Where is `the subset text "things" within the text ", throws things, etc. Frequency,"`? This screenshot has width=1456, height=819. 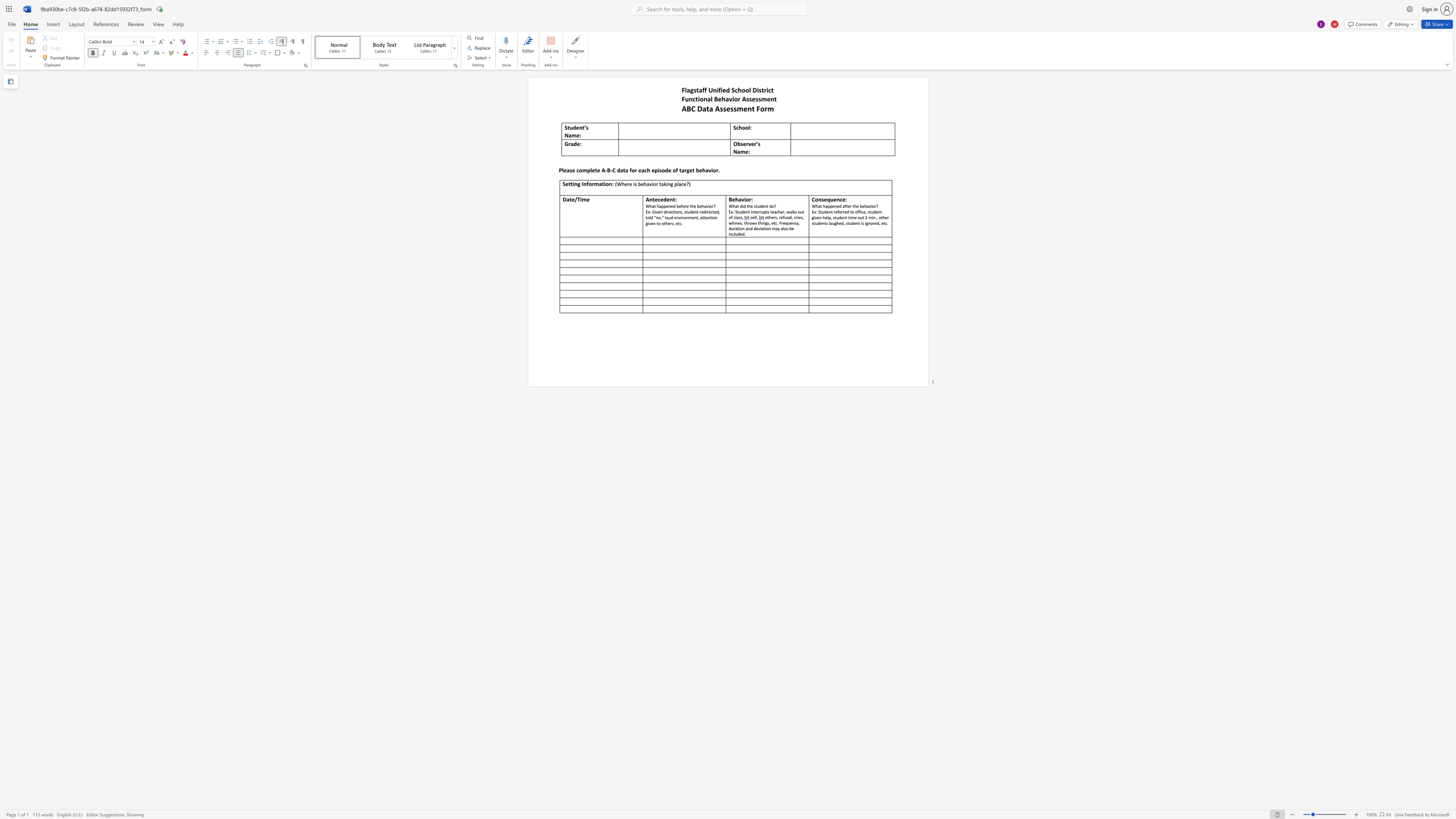
the subset text "things" within the text ", throws things, etc. Frequency," is located at coordinates (757, 223).